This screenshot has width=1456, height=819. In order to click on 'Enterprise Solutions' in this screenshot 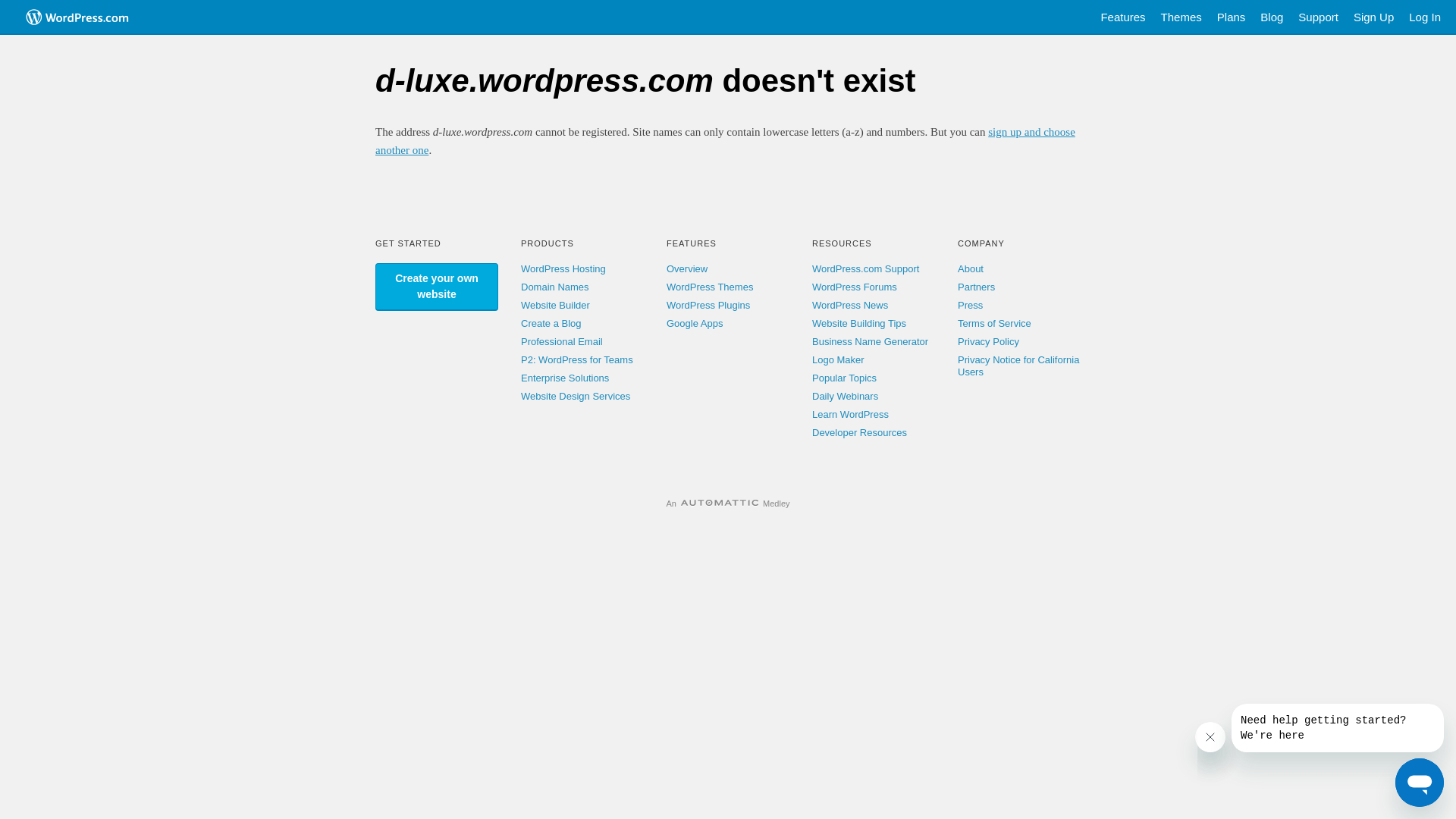, I will do `click(563, 377)`.